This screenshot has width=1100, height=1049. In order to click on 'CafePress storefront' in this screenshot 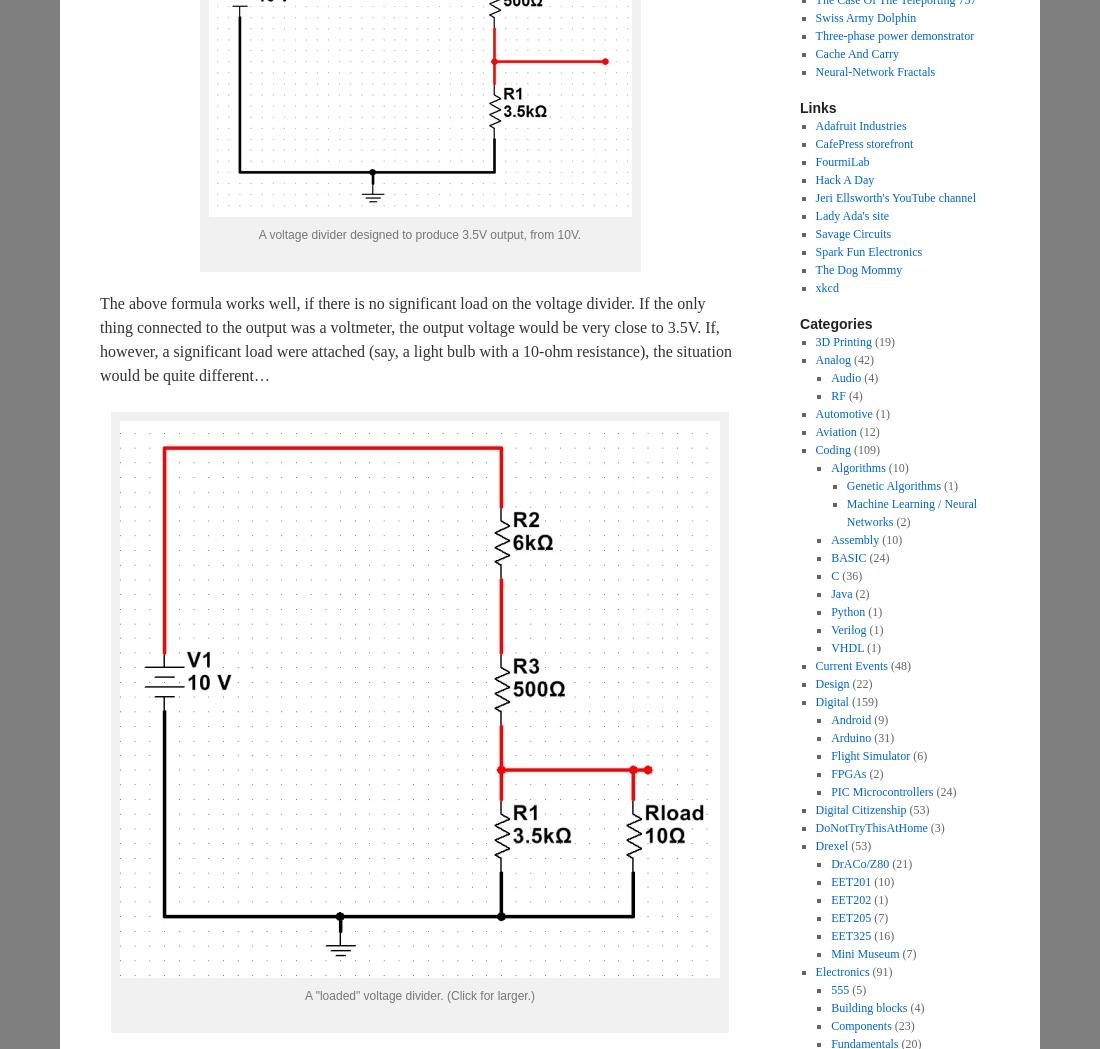, I will do `click(863, 144)`.